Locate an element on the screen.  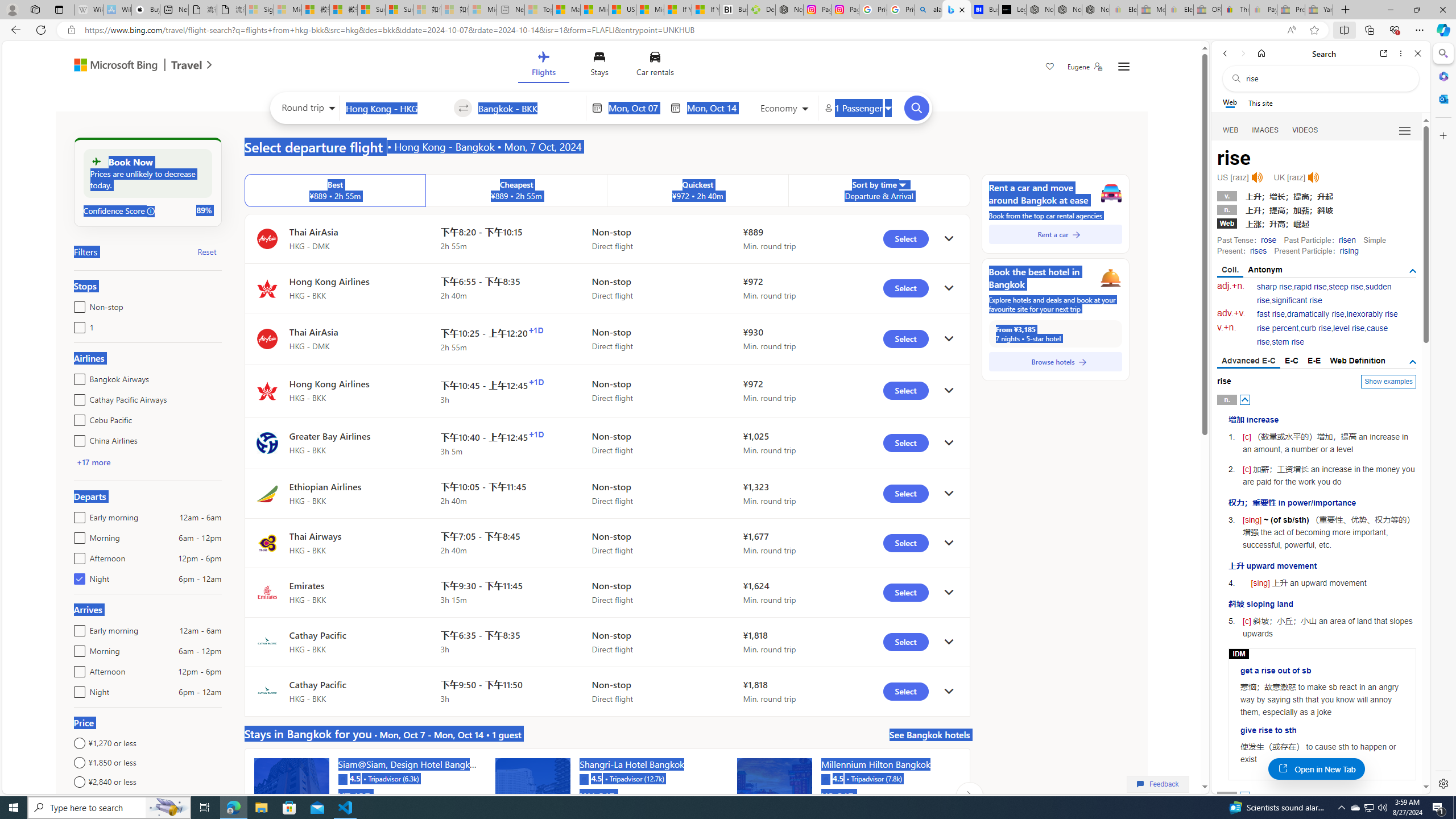
'Press Room - eBay Inc. - Sleeping' is located at coordinates (1291, 9).